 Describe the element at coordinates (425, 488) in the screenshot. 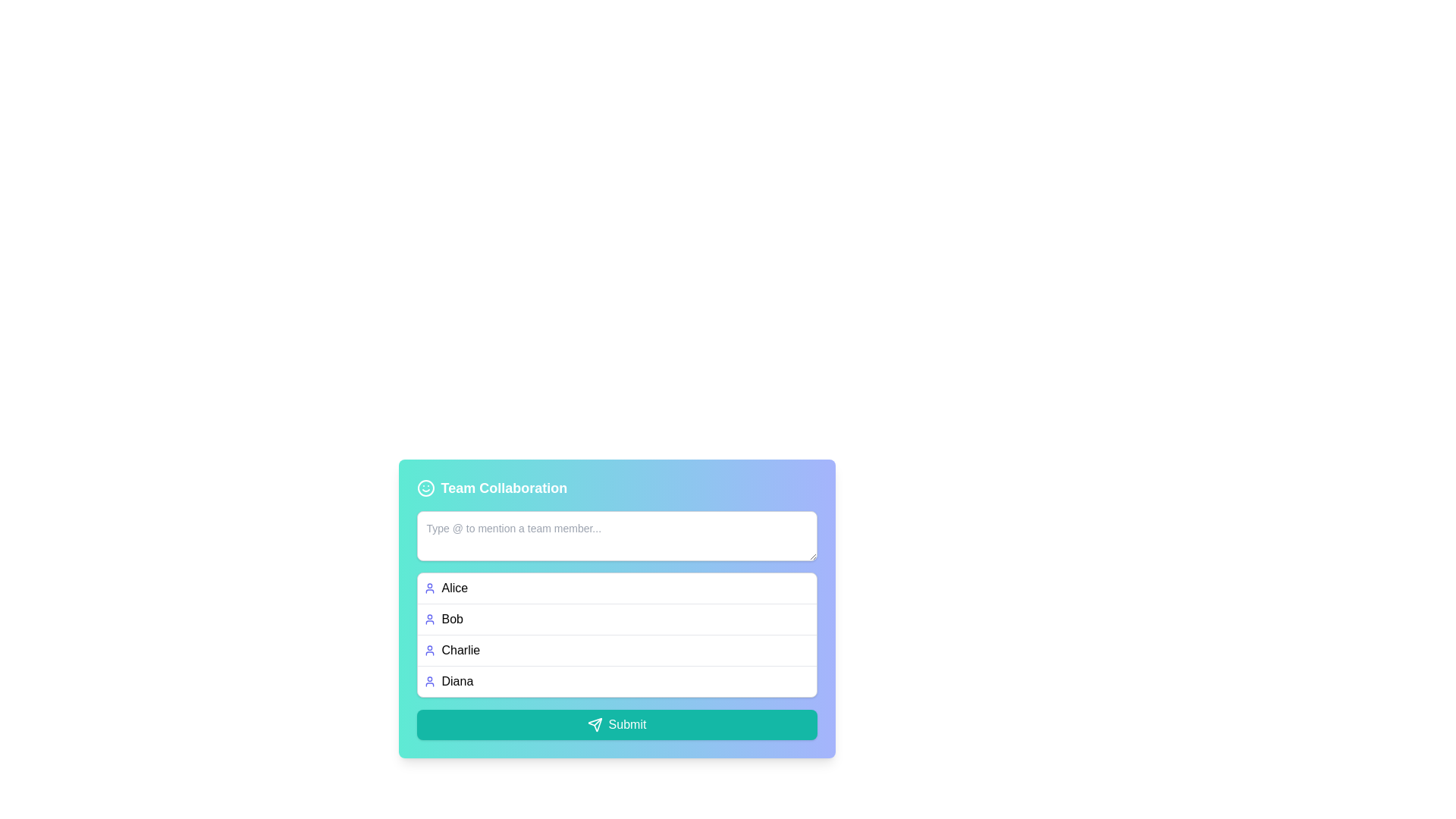

I see `the decorative icon representing the 'Team Collaboration' feature, which is positioned at the leftmost edge of a horizontal alignment next to the text 'Team Collaboration'` at that location.